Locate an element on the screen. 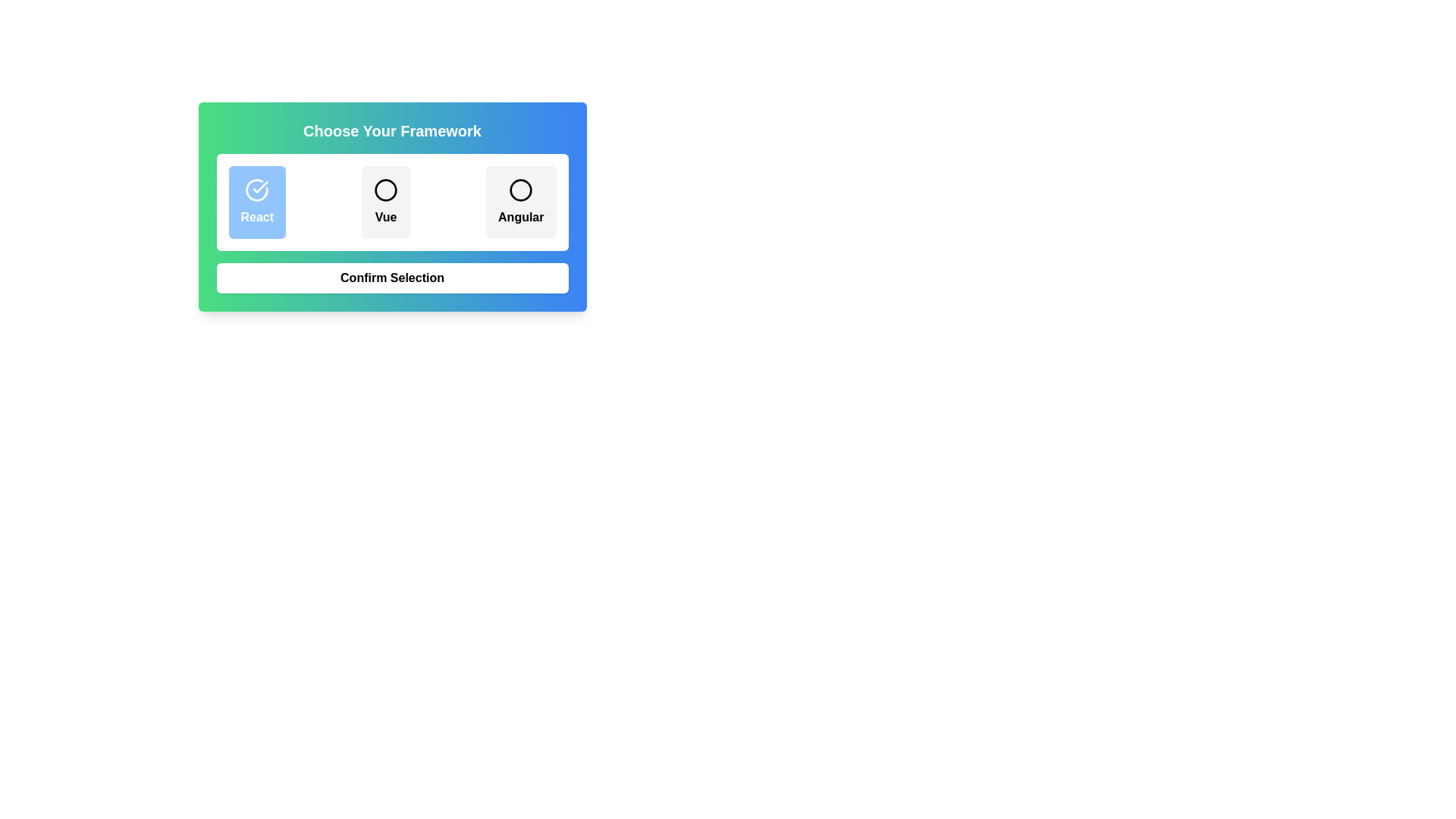 Image resolution: width=1456 pixels, height=819 pixels. the circular icon styled as a bordered circle with a hollow center located above the text 'Vue', which is visually centered in its area is located at coordinates (385, 189).